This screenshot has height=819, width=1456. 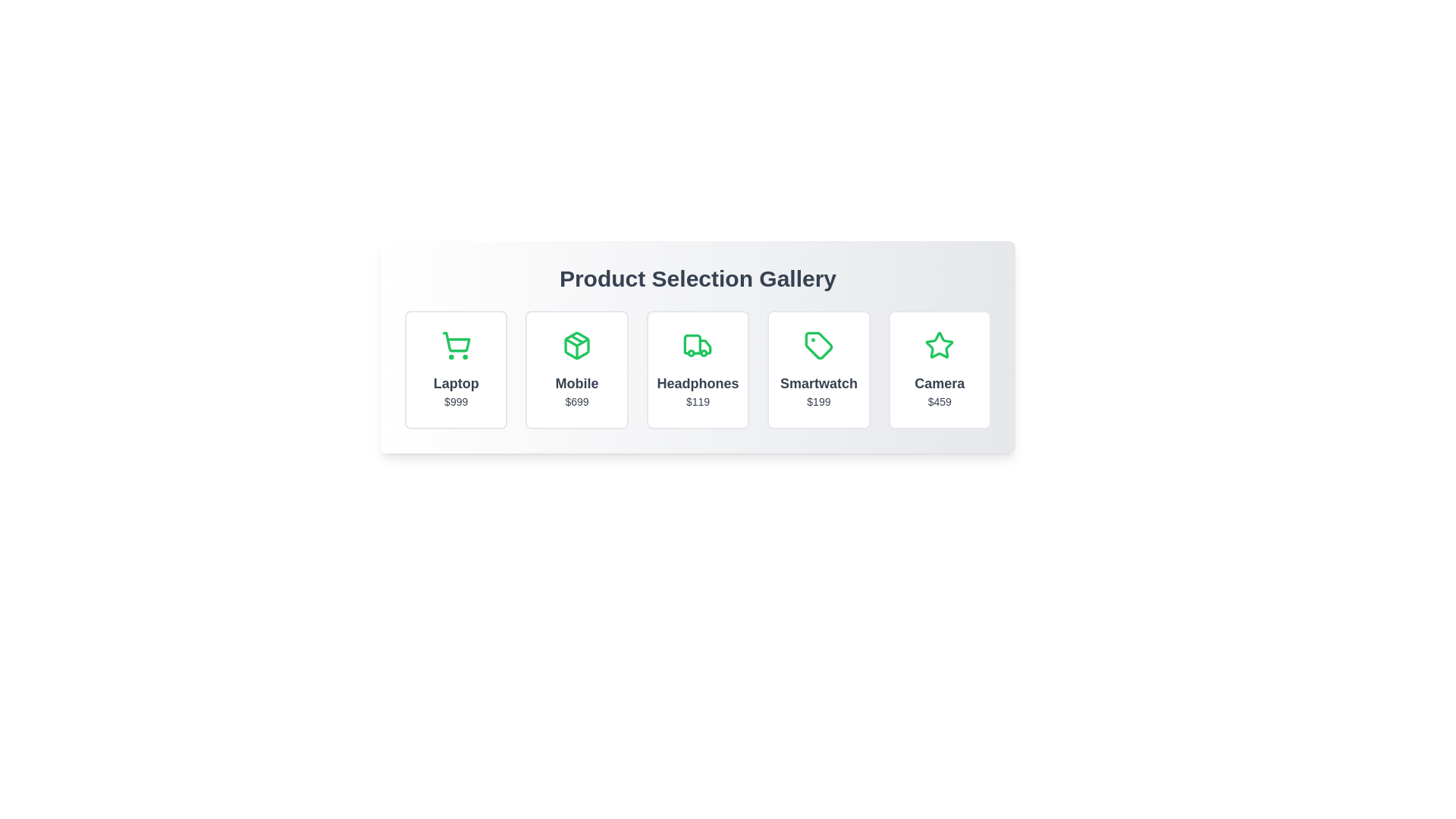 What do you see at coordinates (455, 382) in the screenshot?
I see `text content of the label that indicates the product category, which is located on the leftmost card in the product selection gallery, below the green shopping cart icon and above the '$999' text` at bounding box center [455, 382].